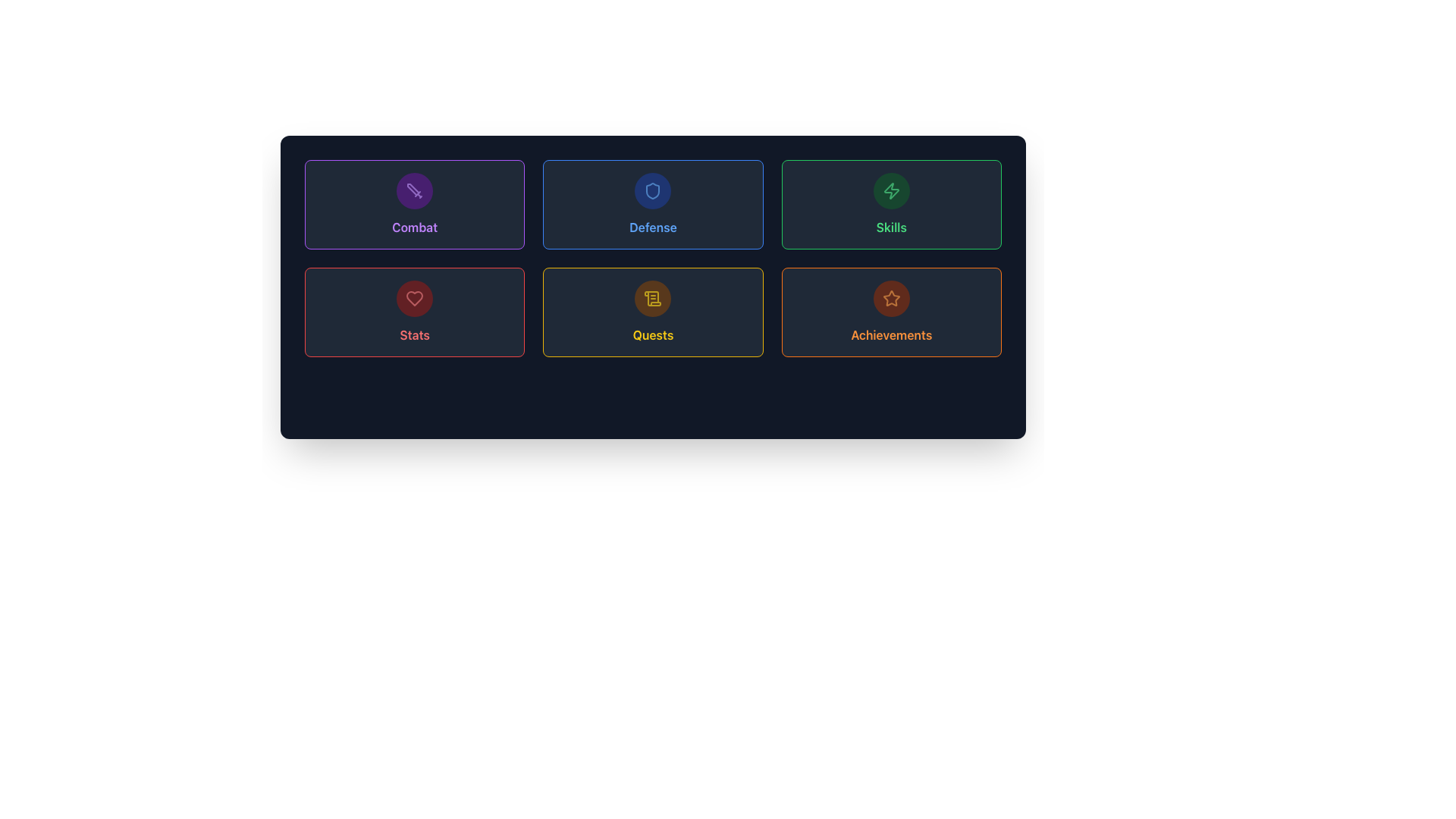 This screenshot has width=1456, height=819. What do you see at coordinates (415, 190) in the screenshot?
I see `the purple sword icon, which is centered within a circular purple background in the 'Combat' section of the grid layout` at bounding box center [415, 190].